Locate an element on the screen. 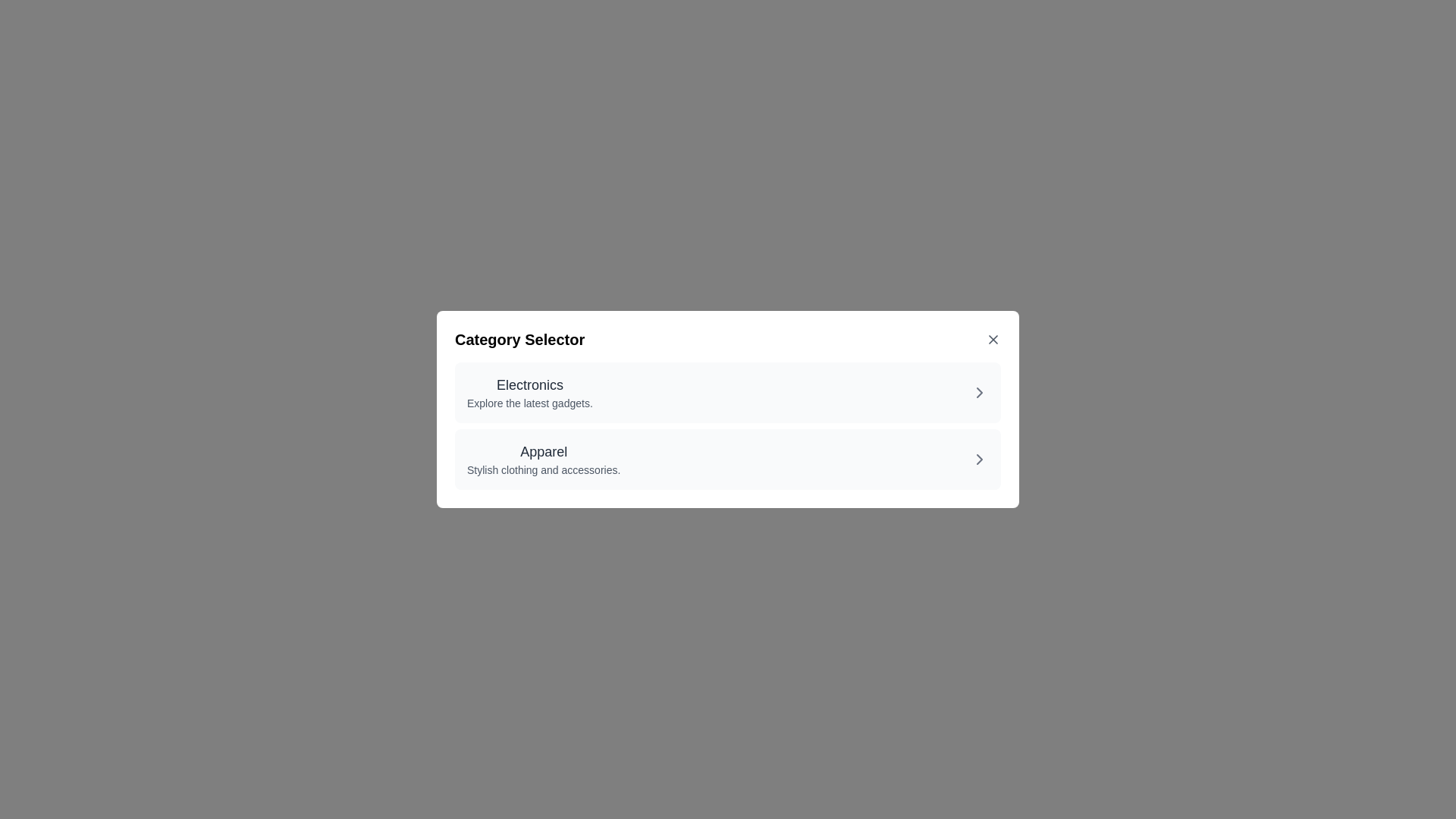 This screenshot has width=1456, height=819. the 'Apparel' text block is located at coordinates (544, 458).